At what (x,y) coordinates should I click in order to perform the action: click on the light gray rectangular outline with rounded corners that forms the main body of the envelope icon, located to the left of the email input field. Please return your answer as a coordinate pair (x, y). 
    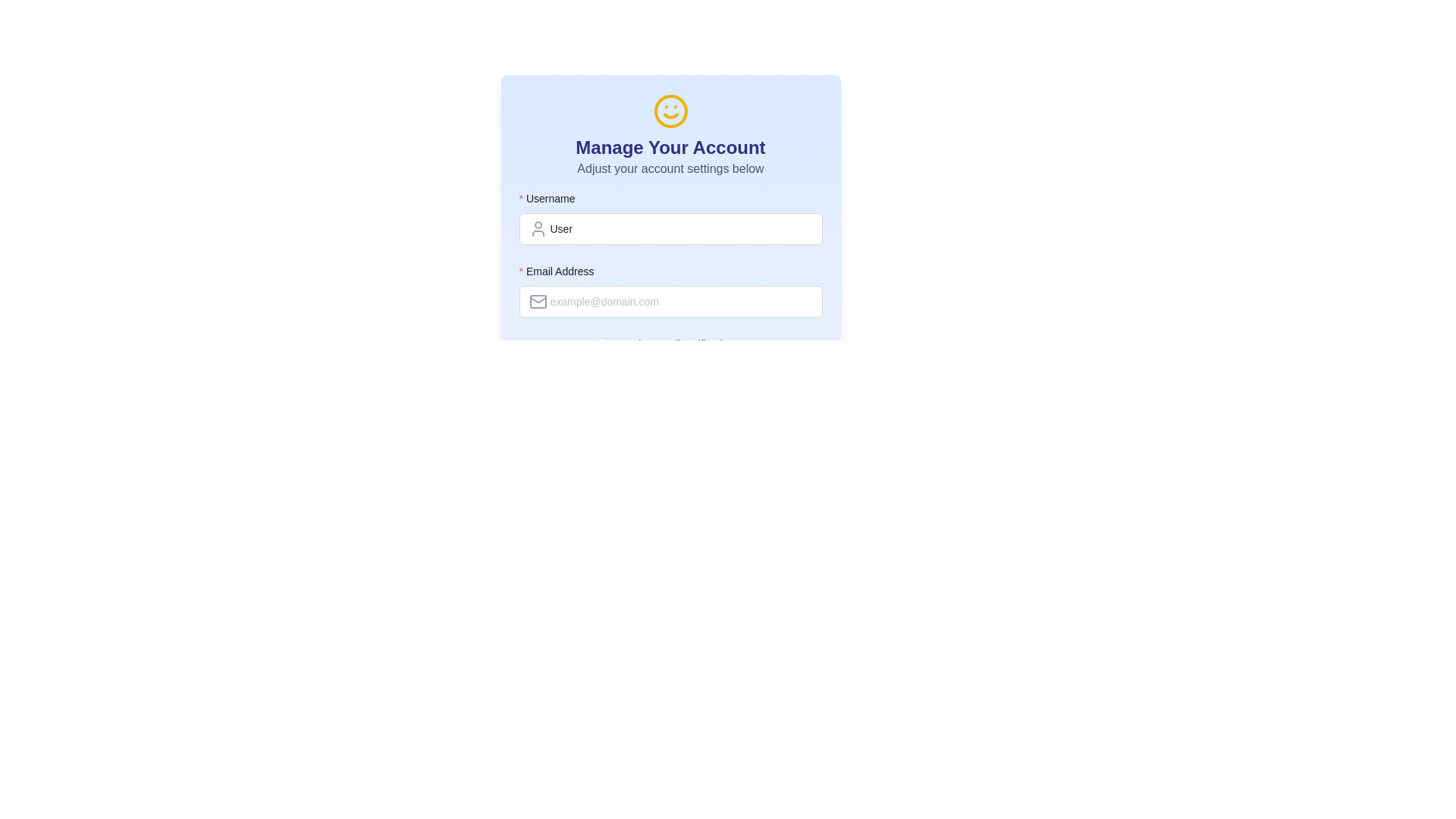
    Looking at the image, I should click on (538, 301).